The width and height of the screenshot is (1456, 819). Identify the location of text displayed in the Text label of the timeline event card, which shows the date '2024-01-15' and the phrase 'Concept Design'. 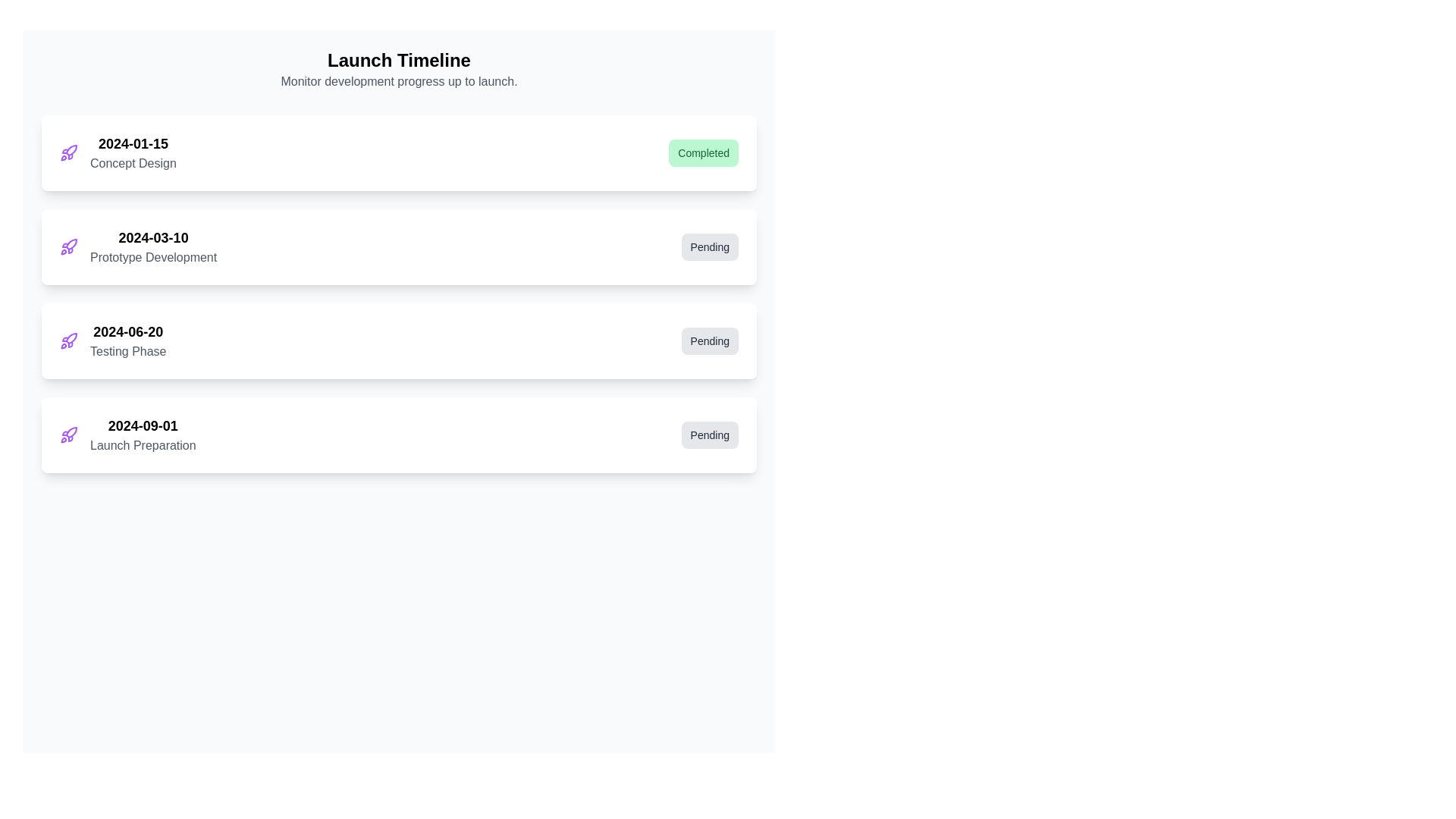
(133, 152).